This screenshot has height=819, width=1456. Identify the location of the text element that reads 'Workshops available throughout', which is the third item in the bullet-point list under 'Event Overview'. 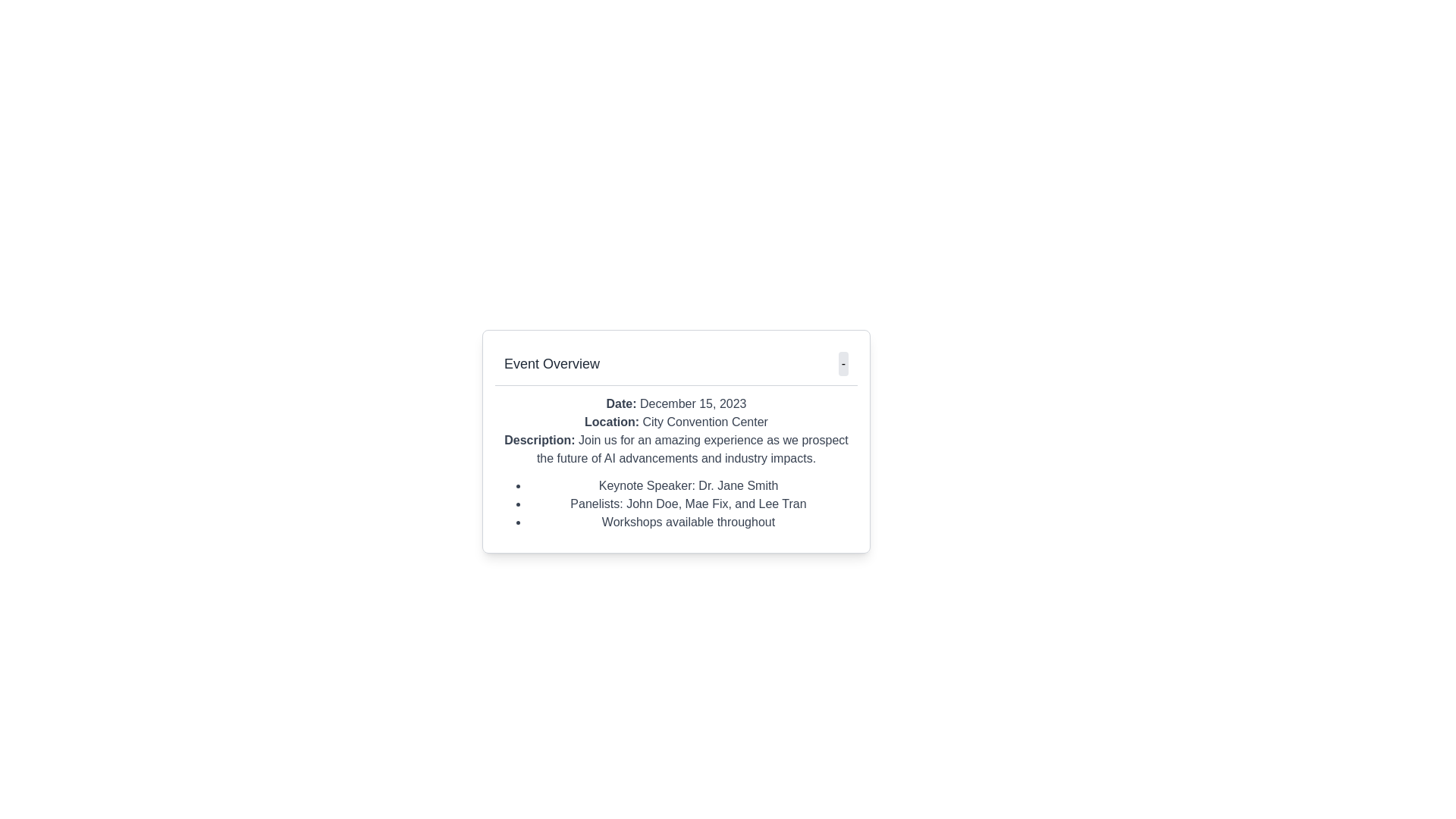
(687, 522).